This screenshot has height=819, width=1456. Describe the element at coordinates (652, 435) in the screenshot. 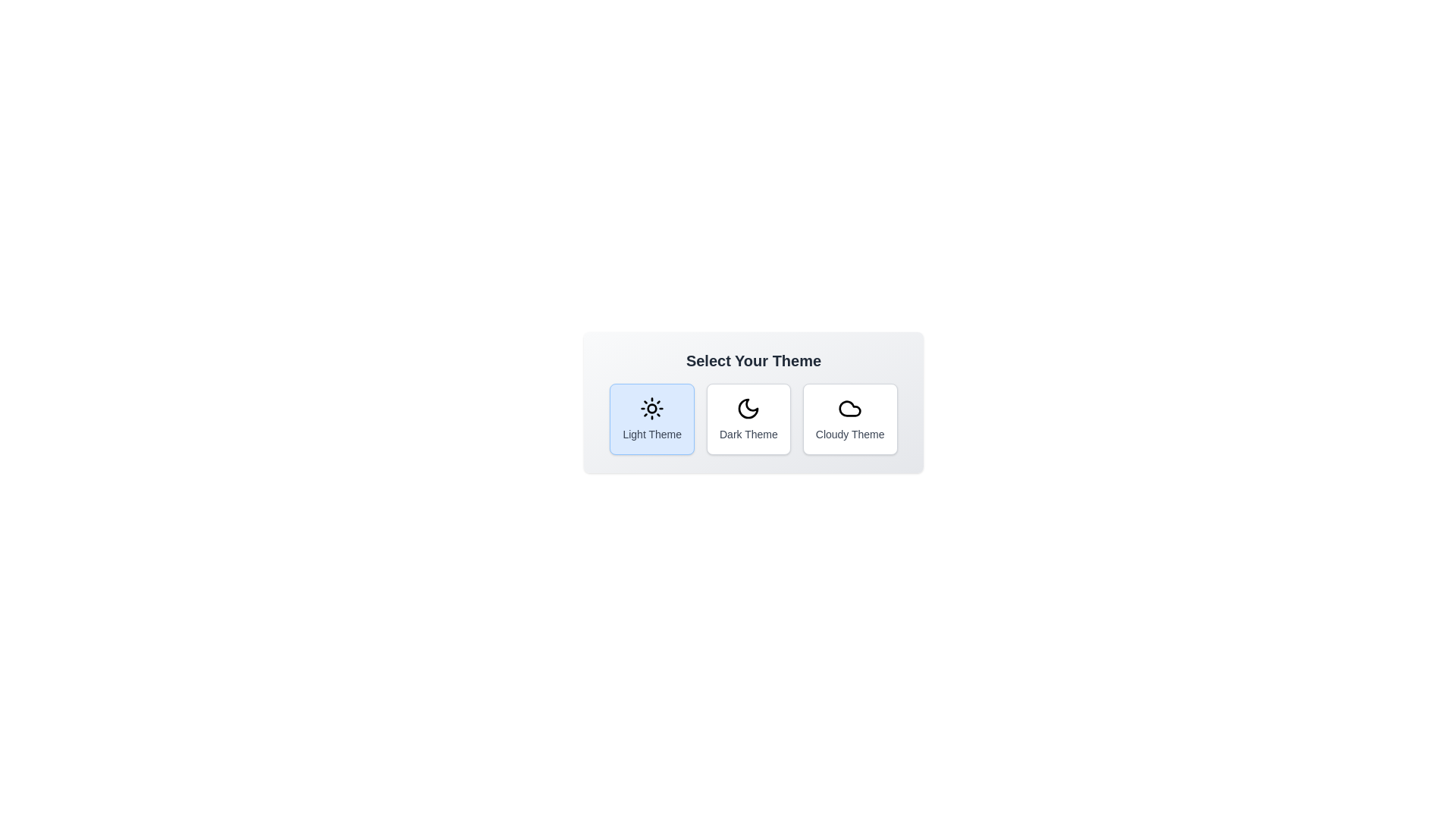

I see `the 'Light Theme' text label, which provides clarification for the selected theme option` at that location.